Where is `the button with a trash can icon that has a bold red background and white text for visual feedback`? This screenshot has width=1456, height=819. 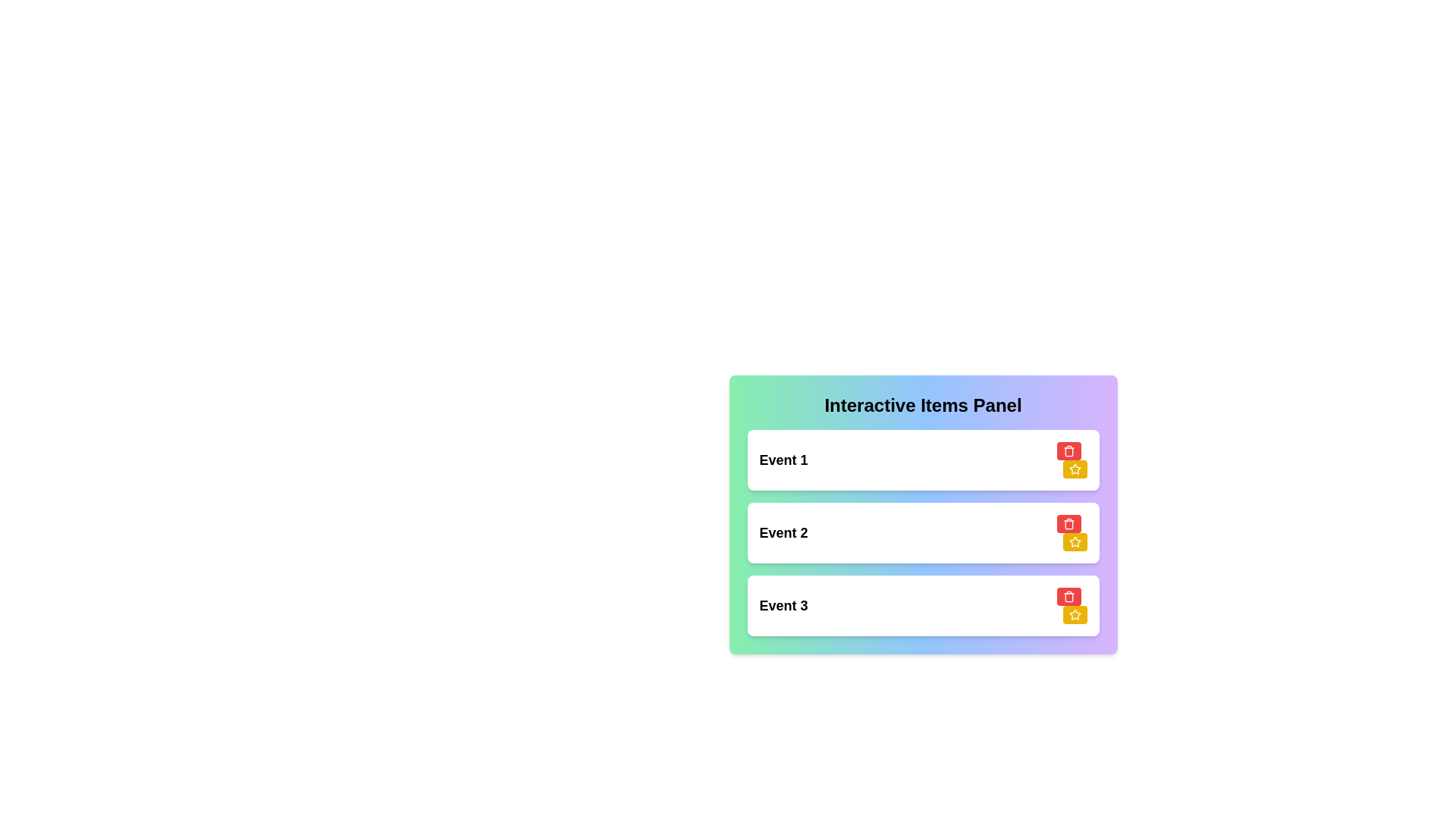
the button with a trash can icon that has a bold red background and white text for visual feedback is located at coordinates (1068, 450).